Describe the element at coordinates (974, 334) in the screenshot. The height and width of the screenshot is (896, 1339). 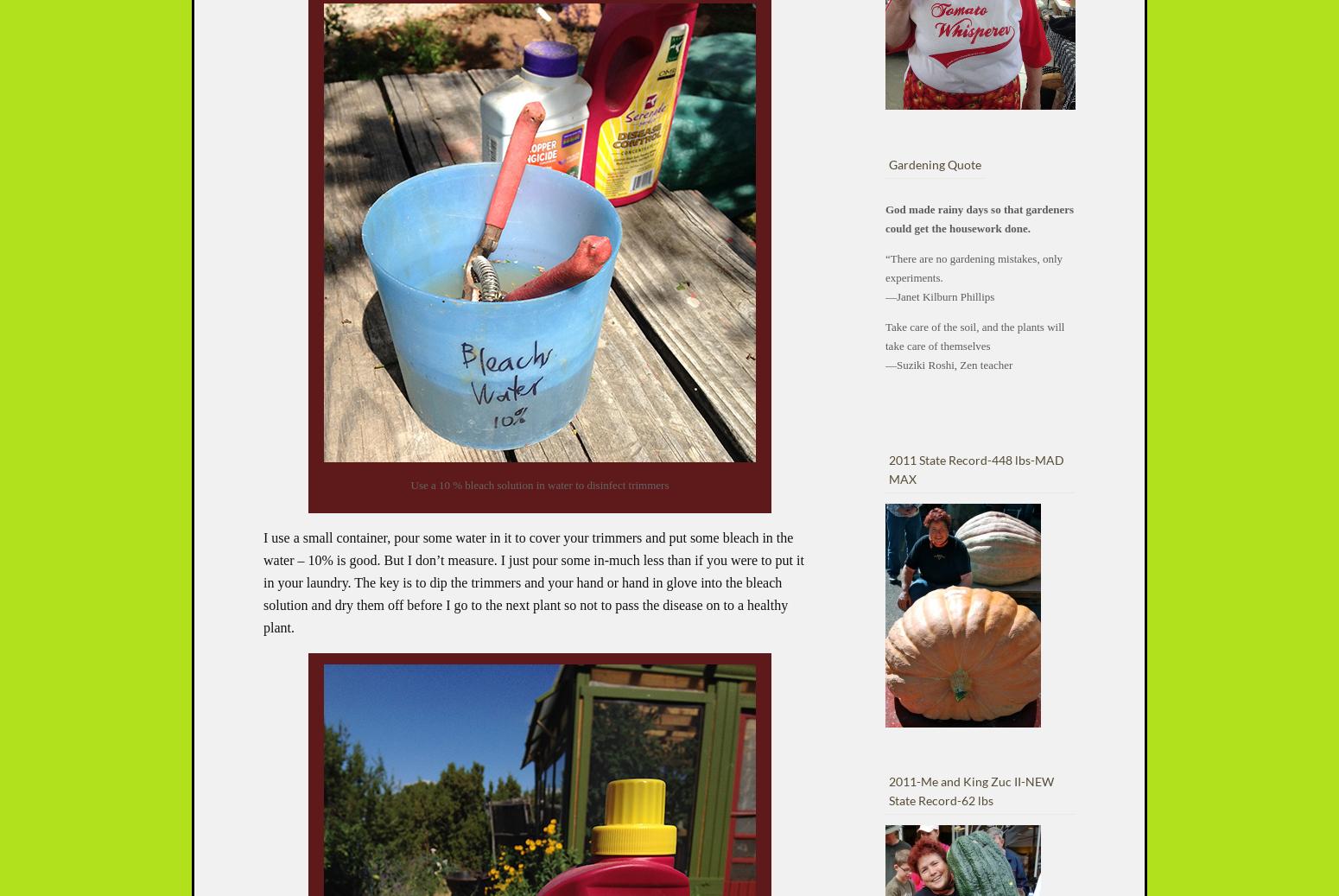
I see `'Take care of the soil, and the plants will take care of themselves'` at that location.